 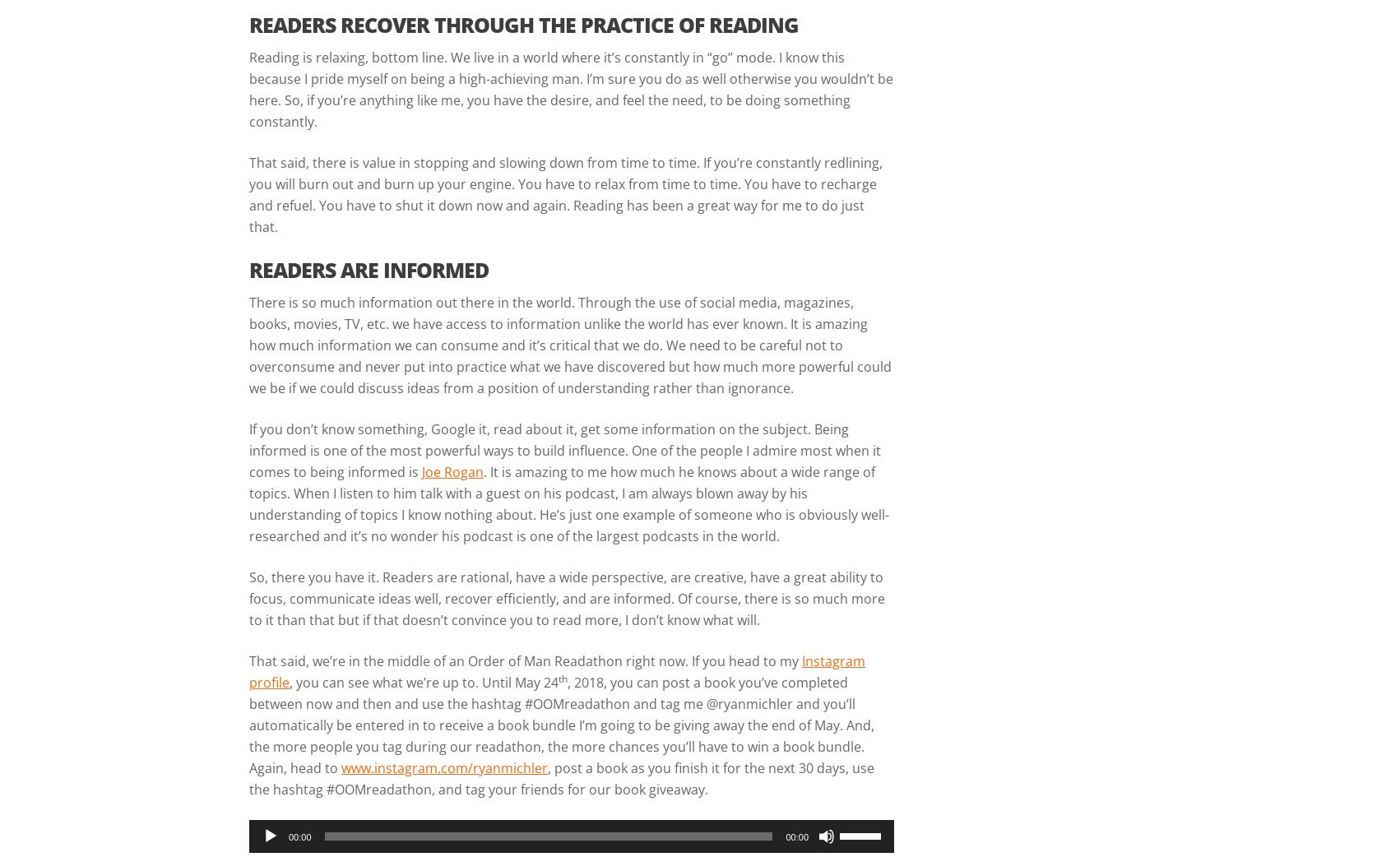 What do you see at coordinates (248, 88) in the screenshot?
I see `'Reading is relaxing, bottom line. We live in a world where it’s constantly in “go” mode. I know this because I pride myself on being a high-achieving man. I’m sure you do as well otherwise you wouldn’t be here. So, if you’re anything like me, you have the desire, and feel the need, to be doing something constantly.'` at bounding box center [248, 88].